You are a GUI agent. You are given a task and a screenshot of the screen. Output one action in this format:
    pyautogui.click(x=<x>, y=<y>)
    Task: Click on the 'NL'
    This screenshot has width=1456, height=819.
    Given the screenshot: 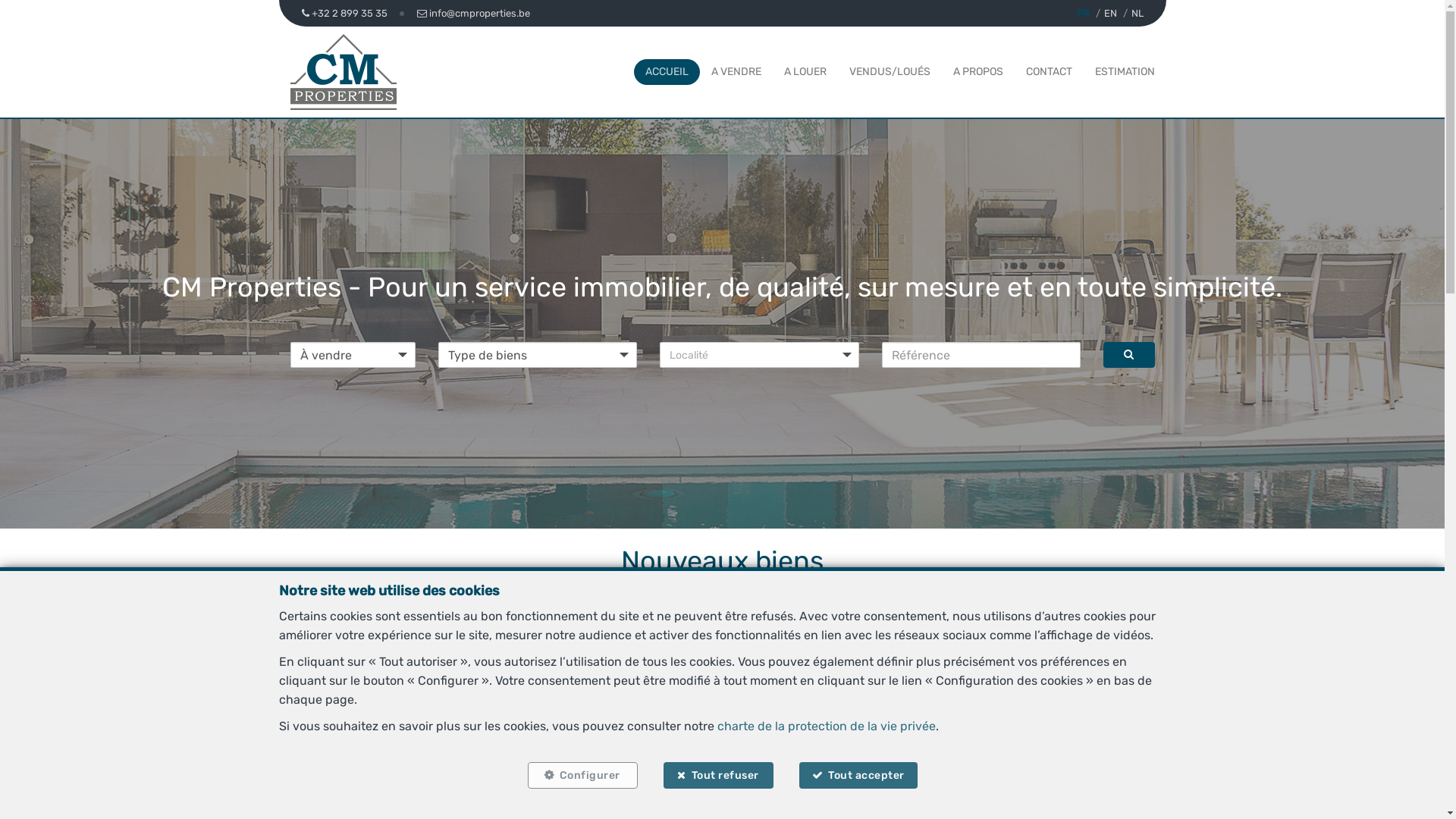 What is the action you would take?
    pyautogui.click(x=1137, y=13)
    